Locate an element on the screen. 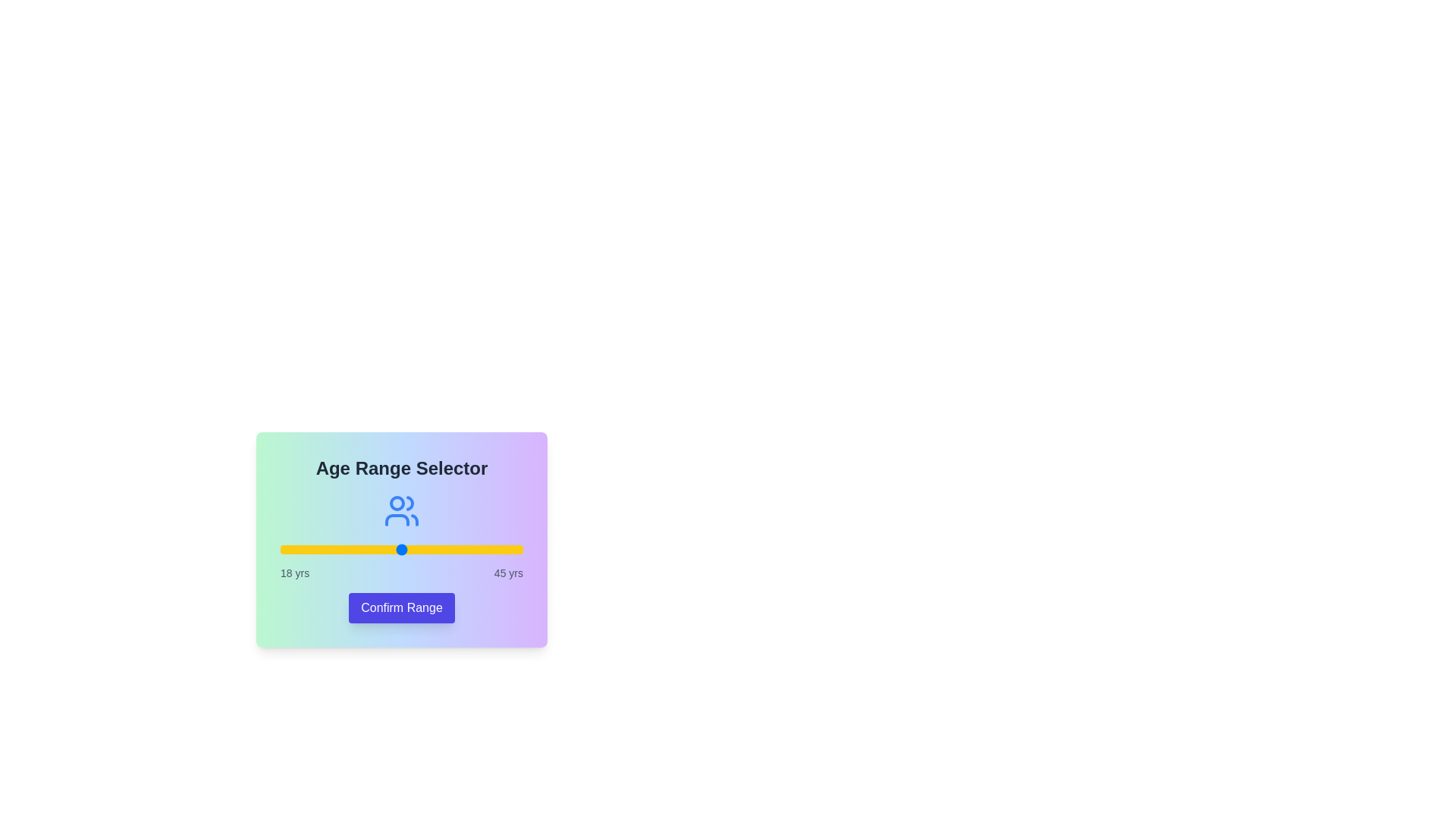 Image resolution: width=1456 pixels, height=819 pixels. 'Confirm Range' button to confirm the selection is located at coordinates (401, 607).